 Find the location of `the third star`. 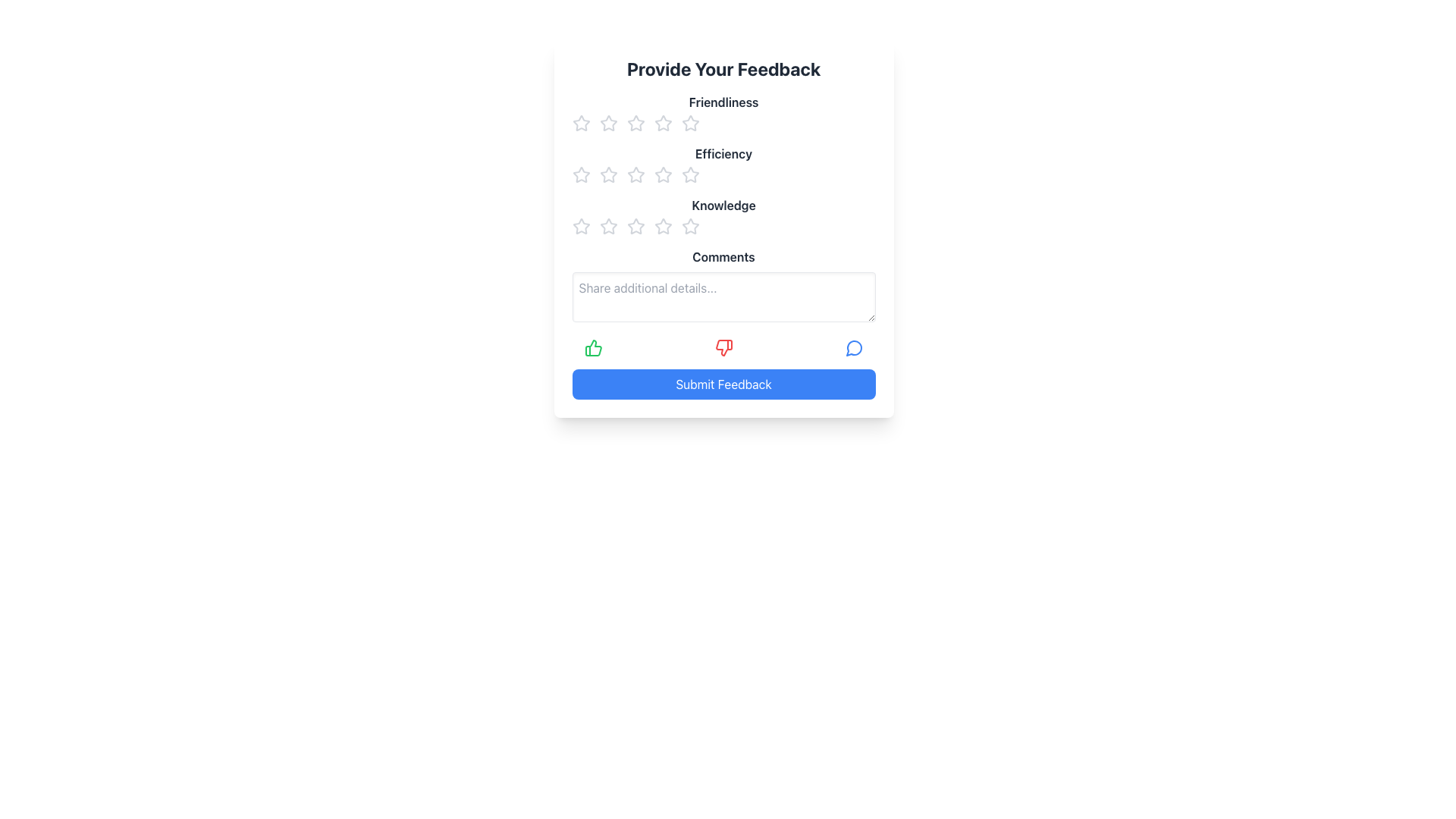

the third star is located at coordinates (662, 174).